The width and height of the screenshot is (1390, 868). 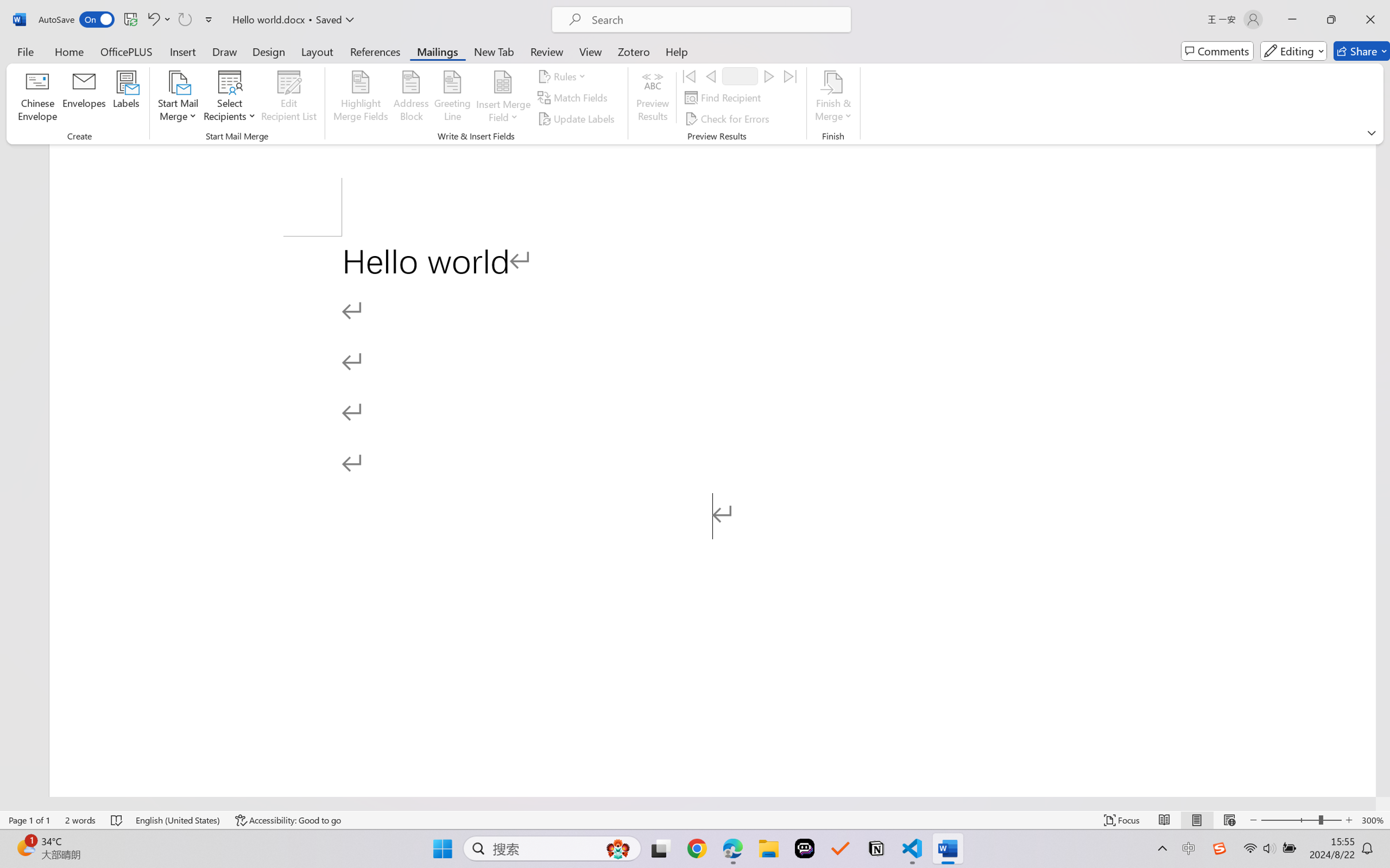 I want to click on 'Undo Click and Type Formatting', so click(x=157, y=19).